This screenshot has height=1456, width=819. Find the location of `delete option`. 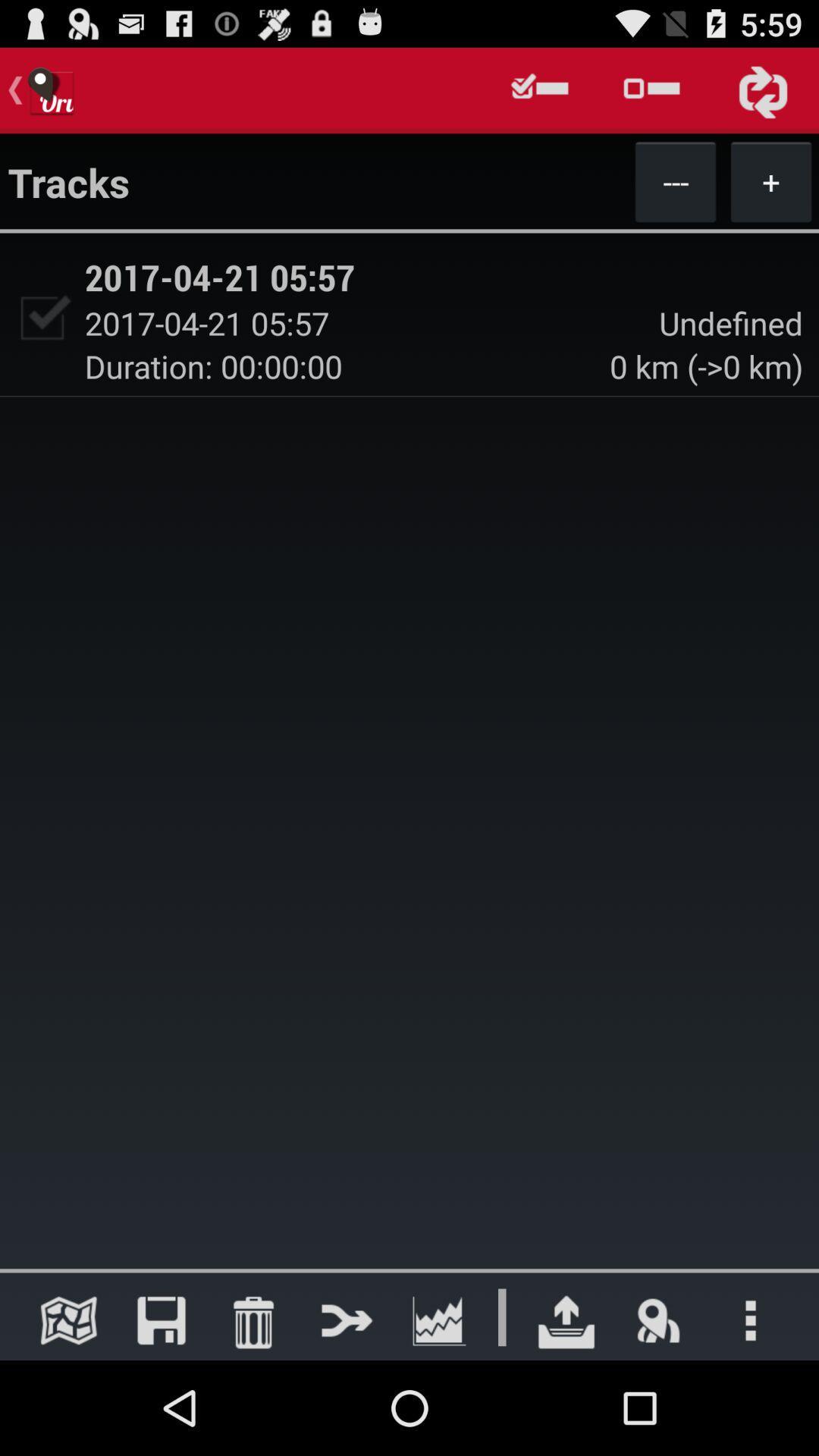

delete option is located at coordinates (253, 1319).